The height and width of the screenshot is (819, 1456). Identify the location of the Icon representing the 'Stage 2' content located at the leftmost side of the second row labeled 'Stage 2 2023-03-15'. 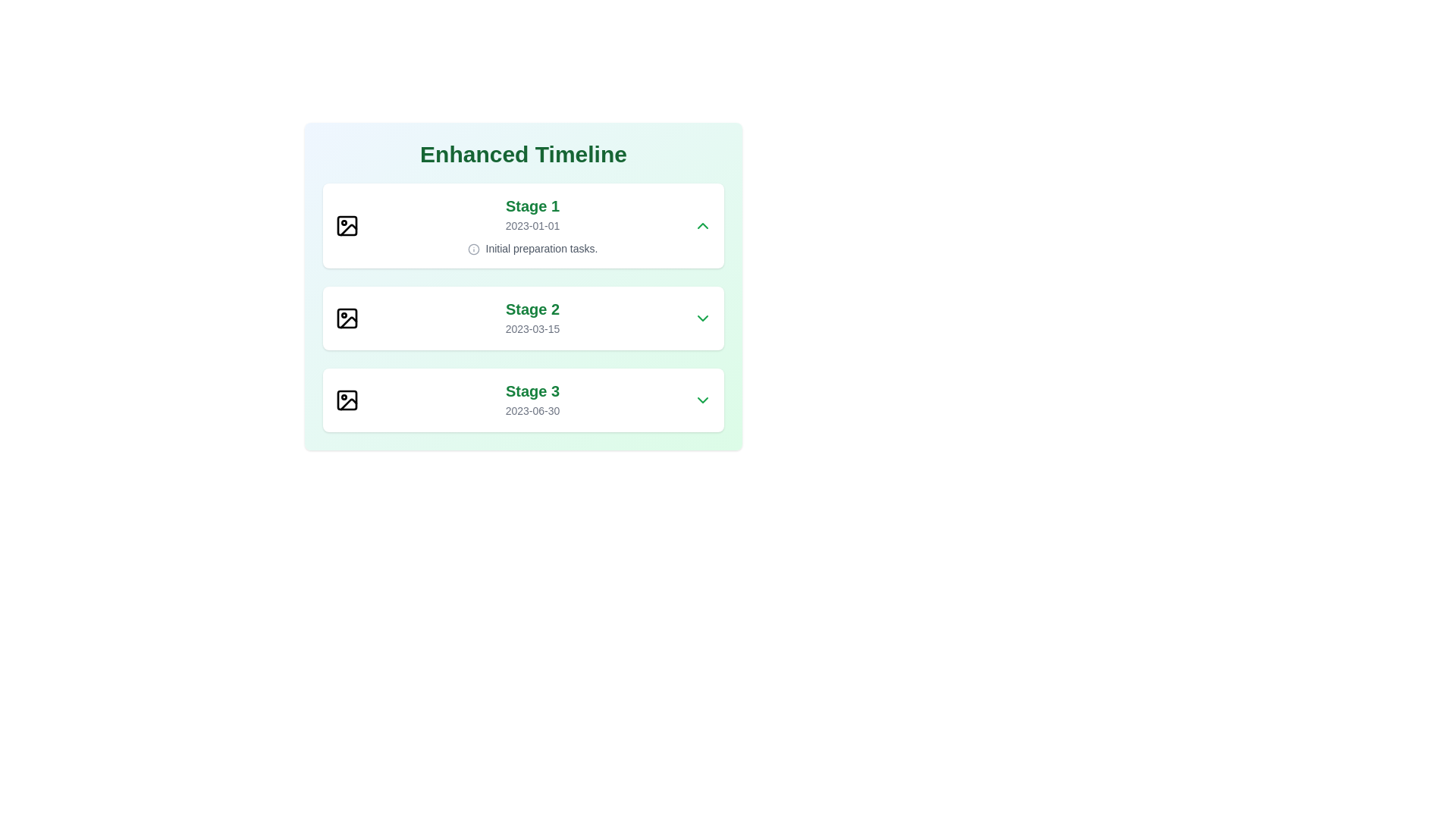
(346, 318).